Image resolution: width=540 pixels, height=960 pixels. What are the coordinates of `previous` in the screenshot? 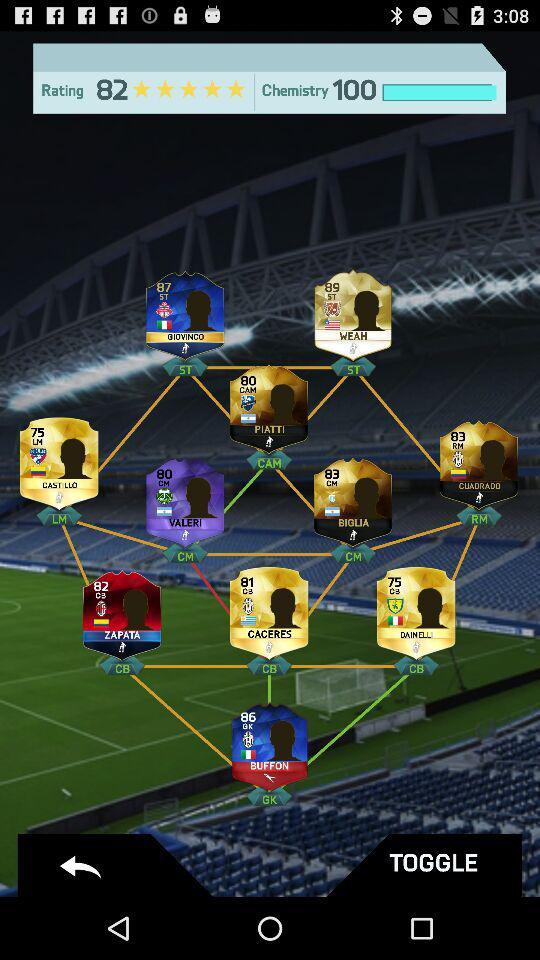 It's located at (118, 864).